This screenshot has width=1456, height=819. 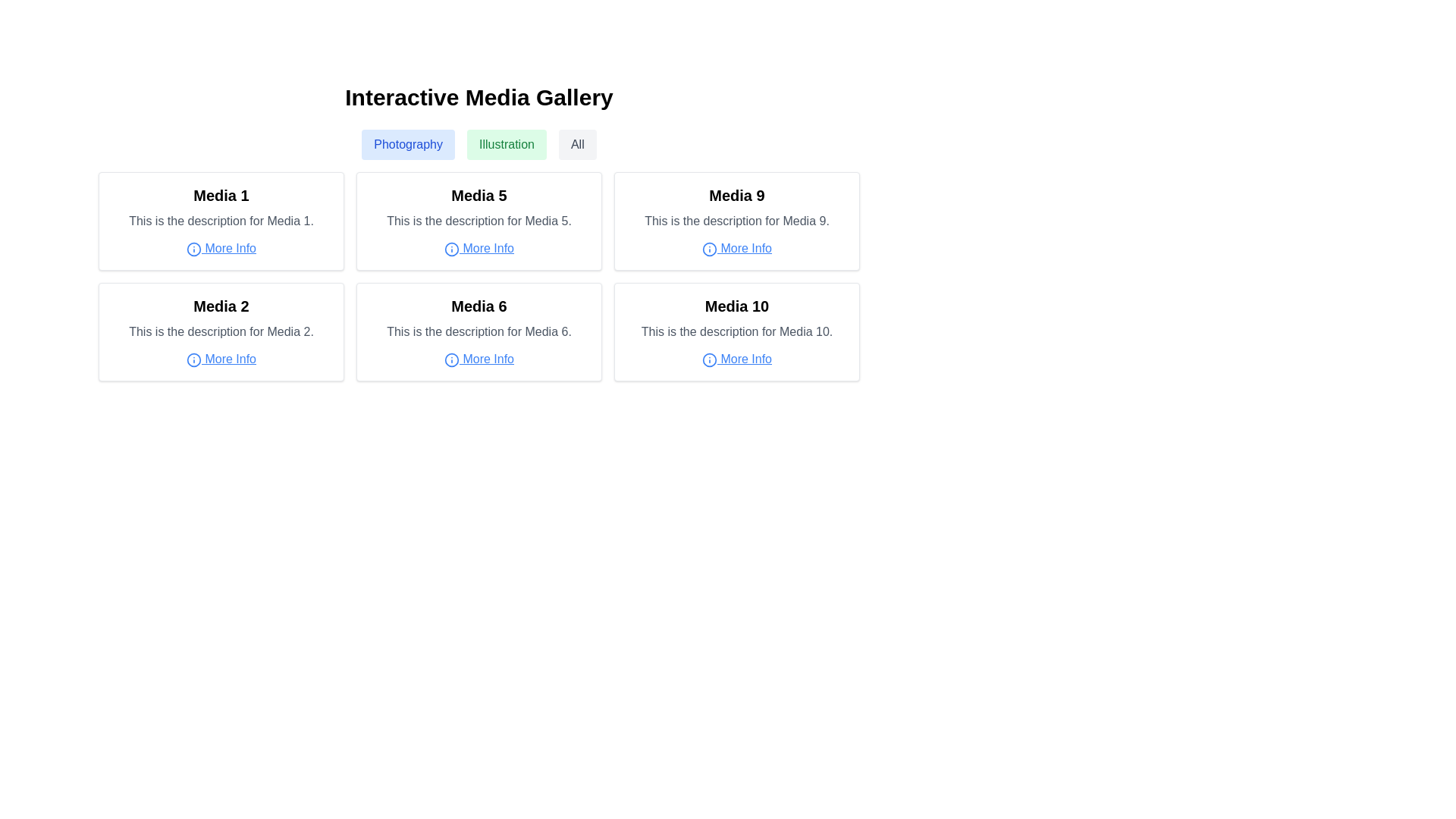 What do you see at coordinates (479, 331) in the screenshot?
I see `the text label providing a brief description of the item titled 'Media 6', located in the second column and second row of the grid, beneath the title 'Media 6' and above the 'More Info' link` at bounding box center [479, 331].